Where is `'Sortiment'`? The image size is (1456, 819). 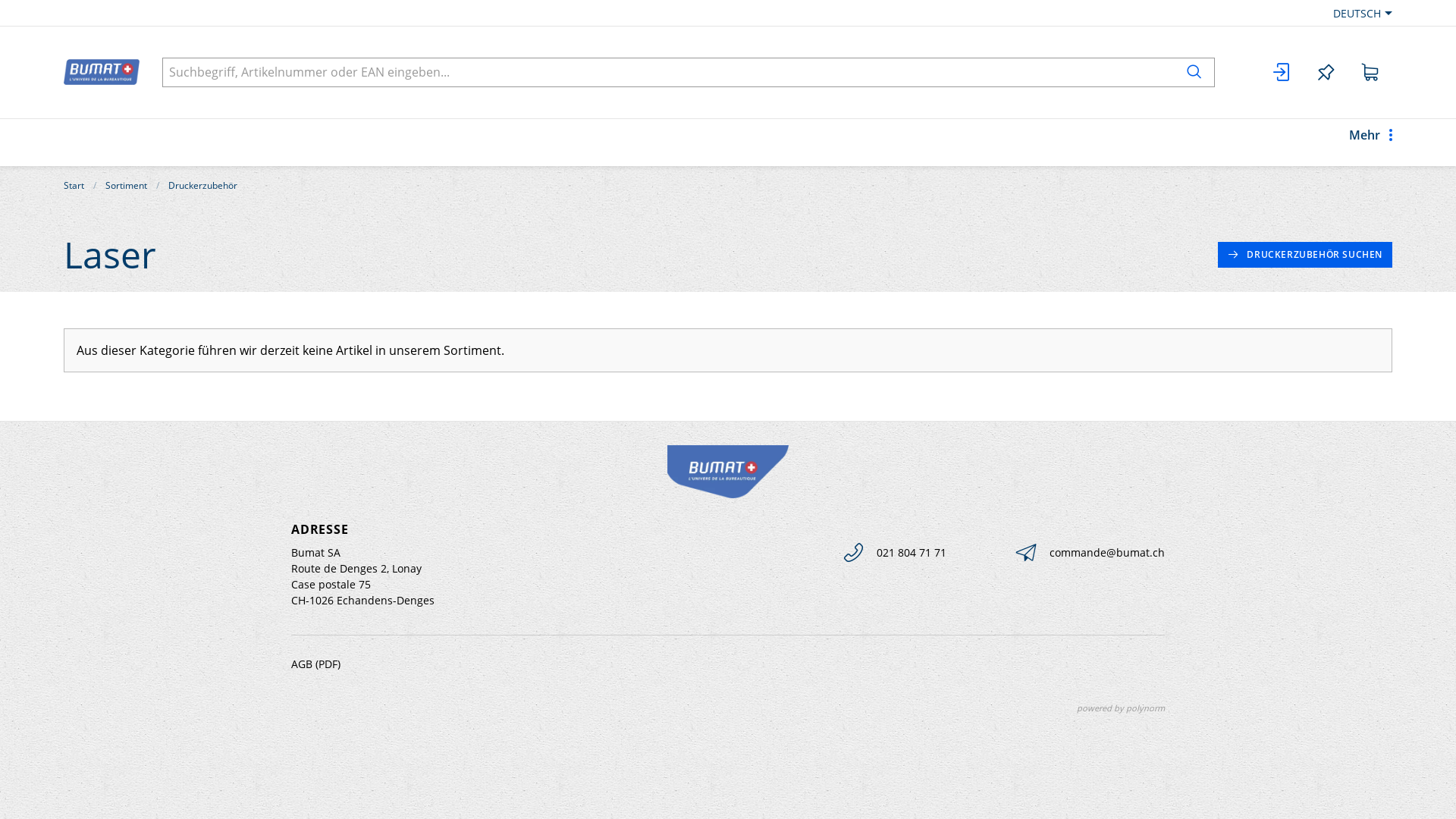
'Sortiment' is located at coordinates (126, 184).